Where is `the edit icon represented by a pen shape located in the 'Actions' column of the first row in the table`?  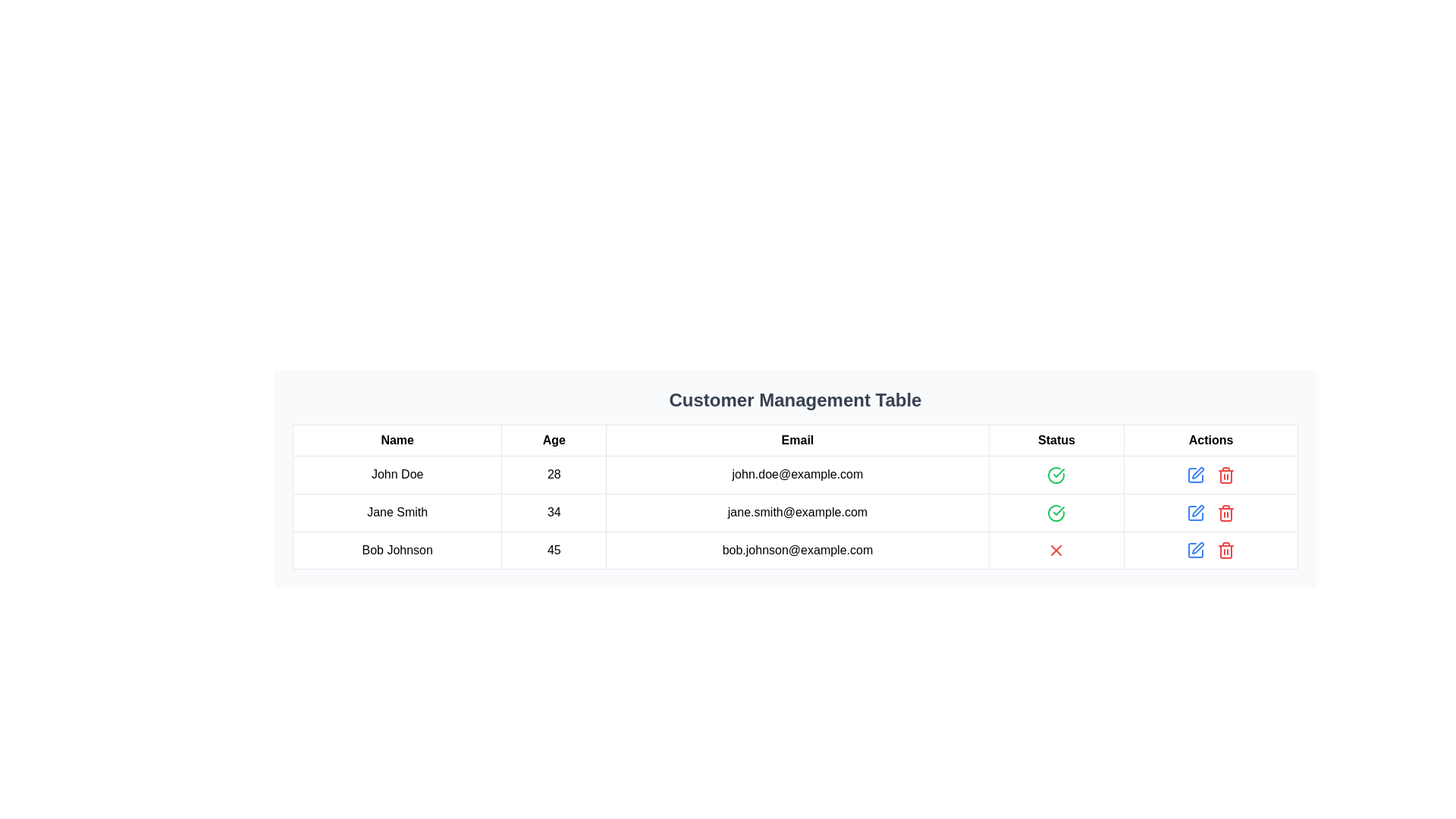 the edit icon represented by a pen shape located in the 'Actions' column of the first row in the table is located at coordinates (1197, 472).